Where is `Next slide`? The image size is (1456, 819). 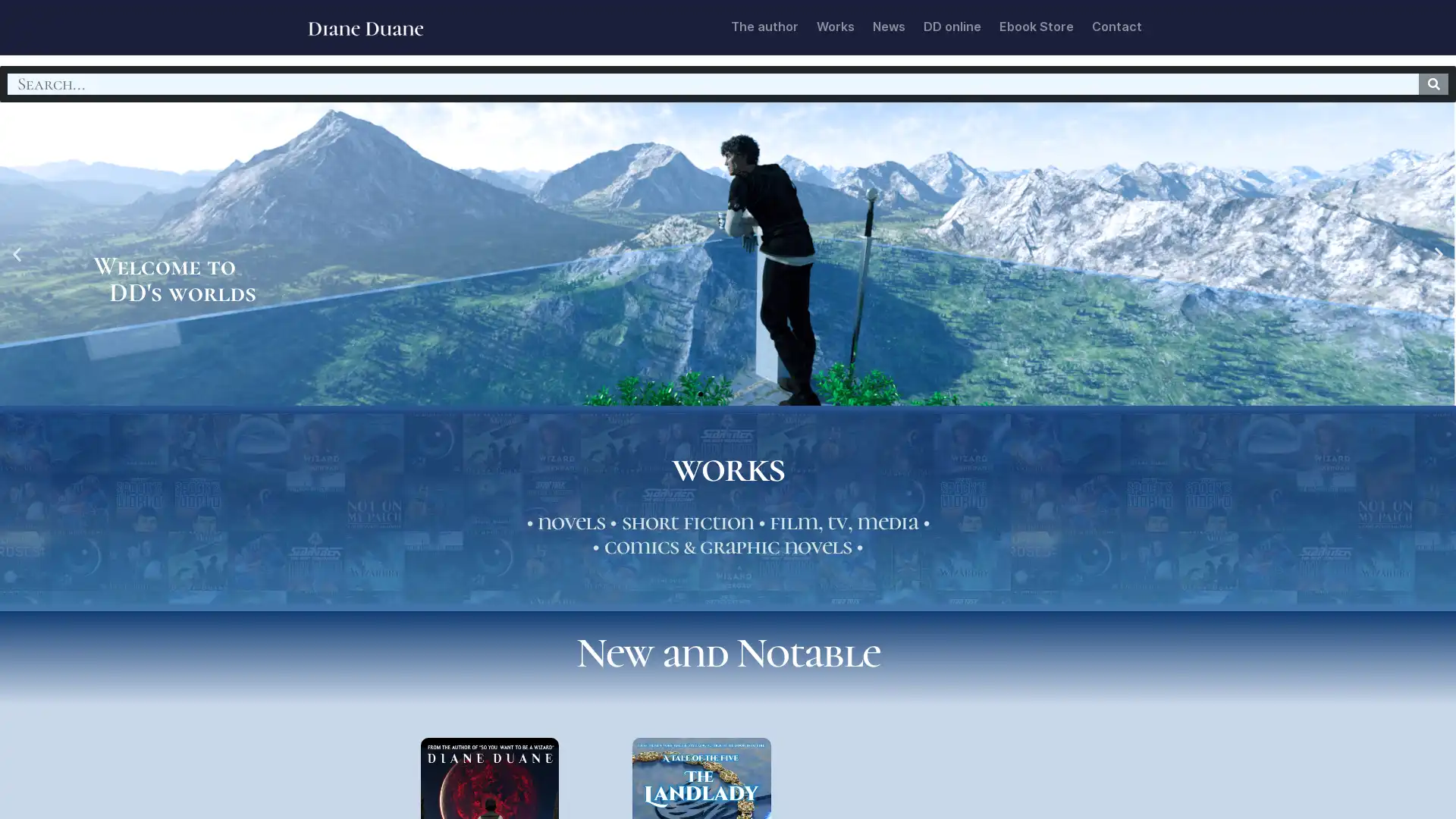
Next slide is located at coordinates (1438, 260).